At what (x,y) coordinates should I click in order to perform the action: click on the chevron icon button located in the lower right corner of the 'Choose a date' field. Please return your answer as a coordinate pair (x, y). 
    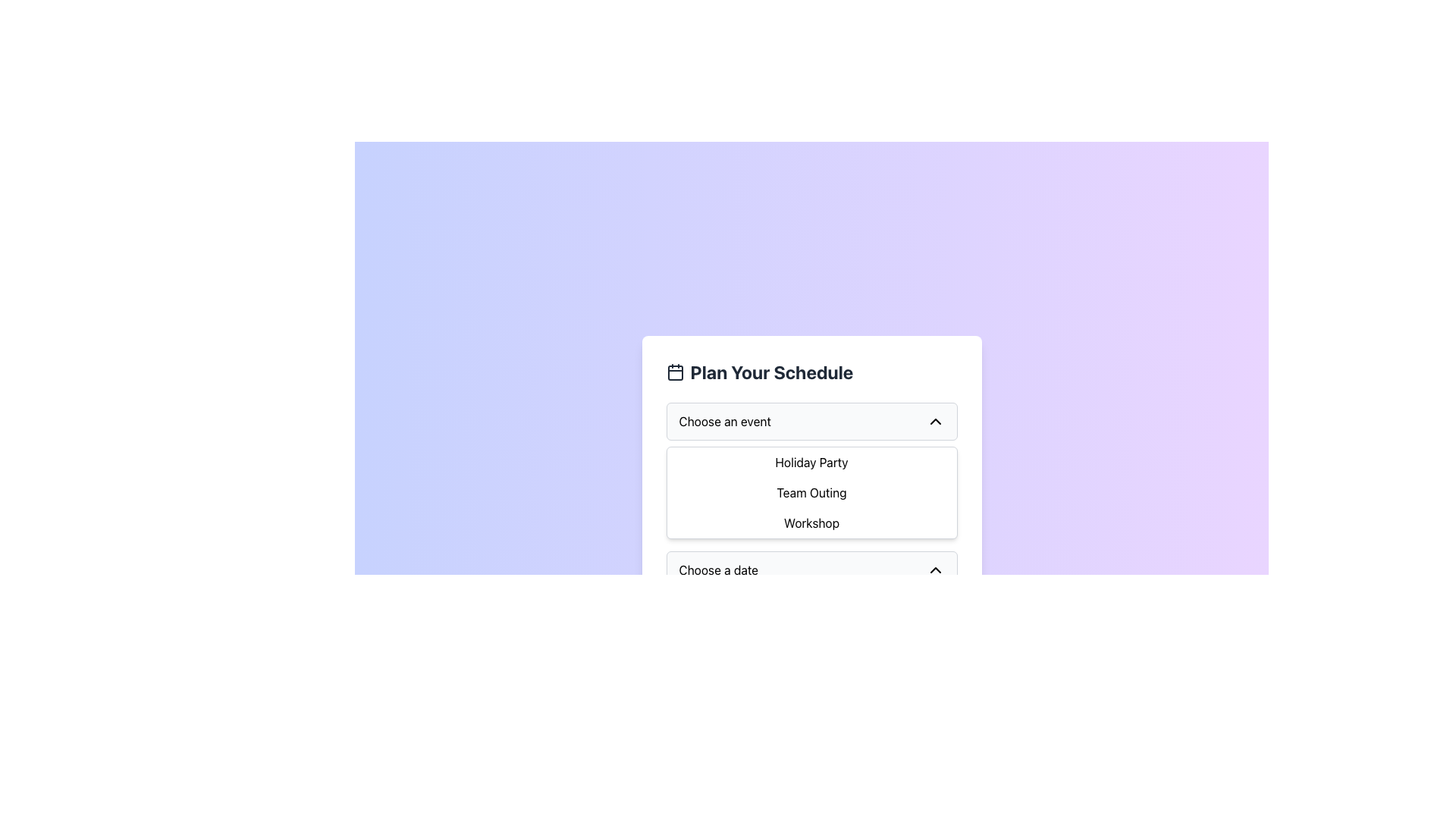
    Looking at the image, I should click on (934, 570).